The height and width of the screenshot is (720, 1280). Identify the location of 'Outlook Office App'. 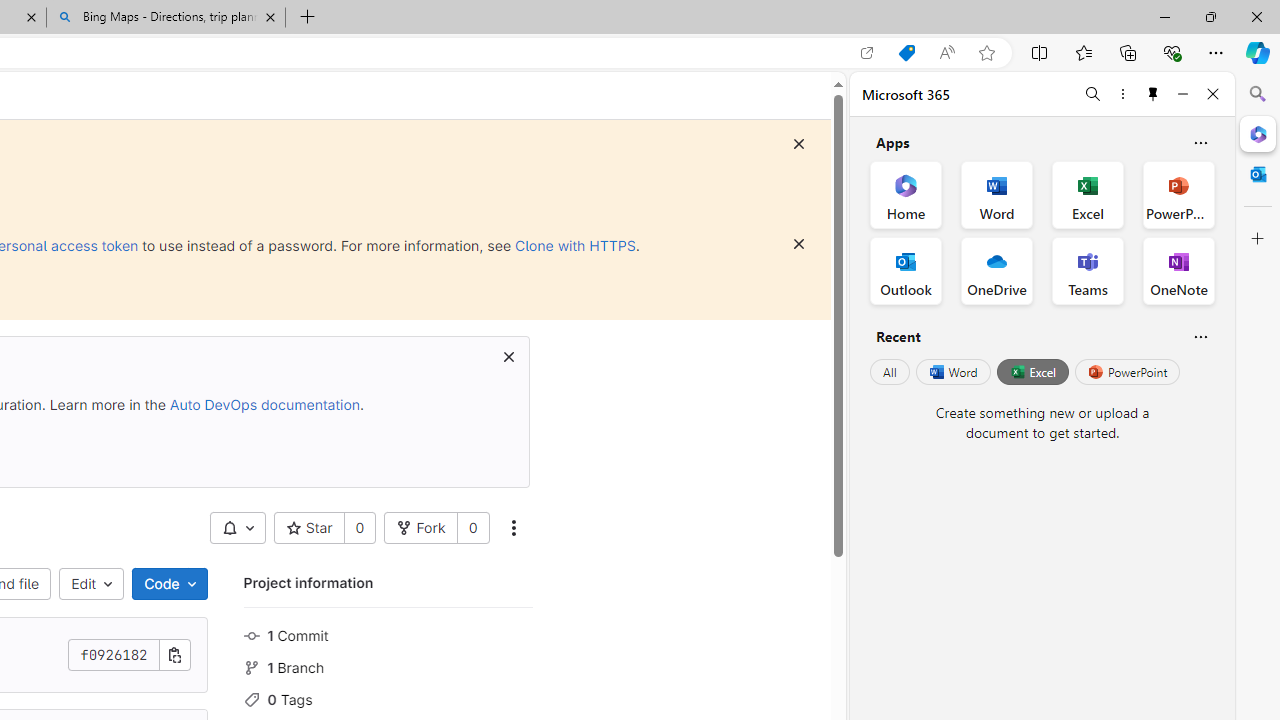
(905, 271).